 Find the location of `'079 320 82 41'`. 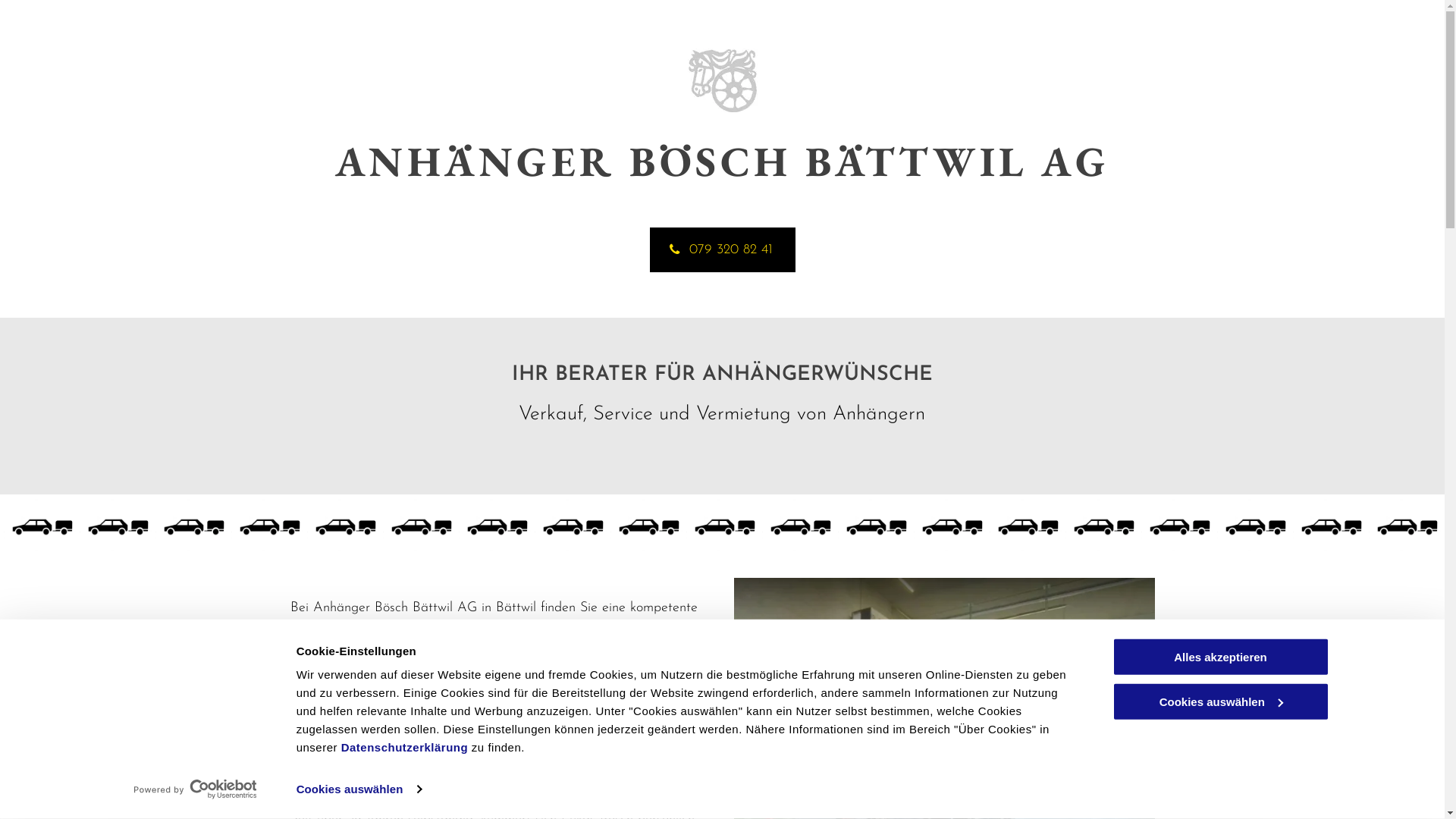

'079 320 82 41' is located at coordinates (720, 249).